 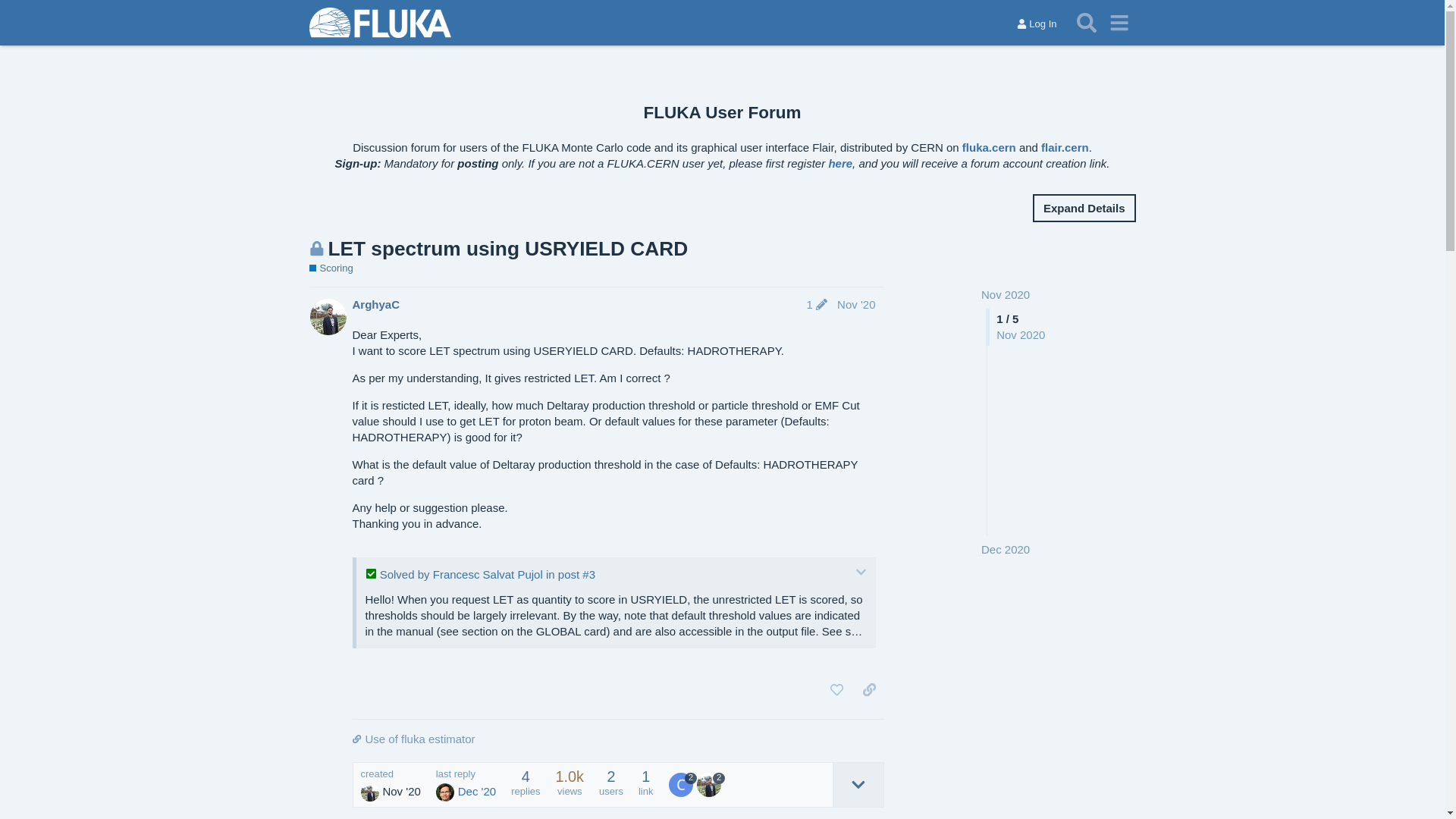 I want to click on 'expand/collapse', so click(x=861, y=572).